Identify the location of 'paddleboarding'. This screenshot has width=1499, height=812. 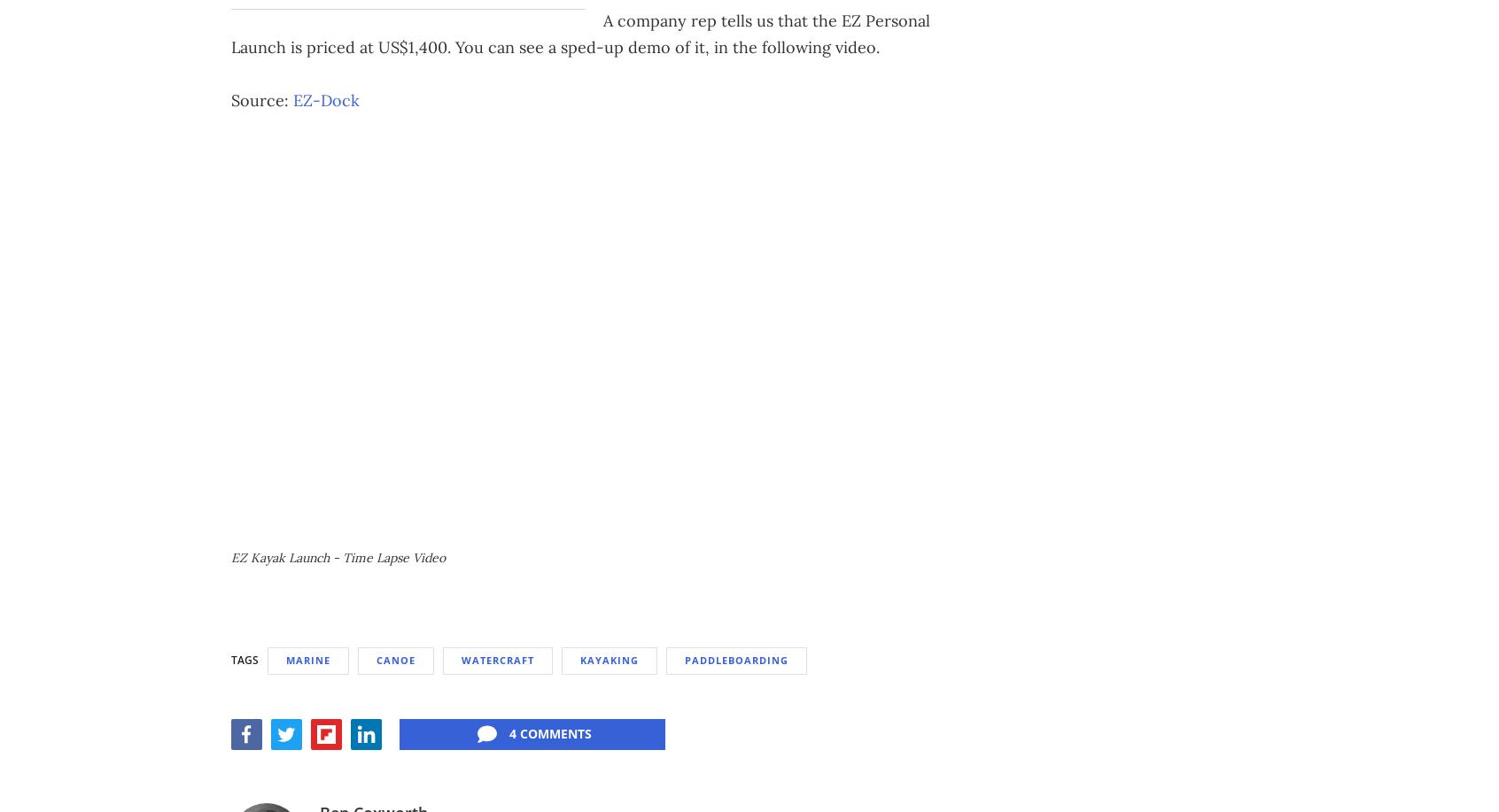
(736, 658).